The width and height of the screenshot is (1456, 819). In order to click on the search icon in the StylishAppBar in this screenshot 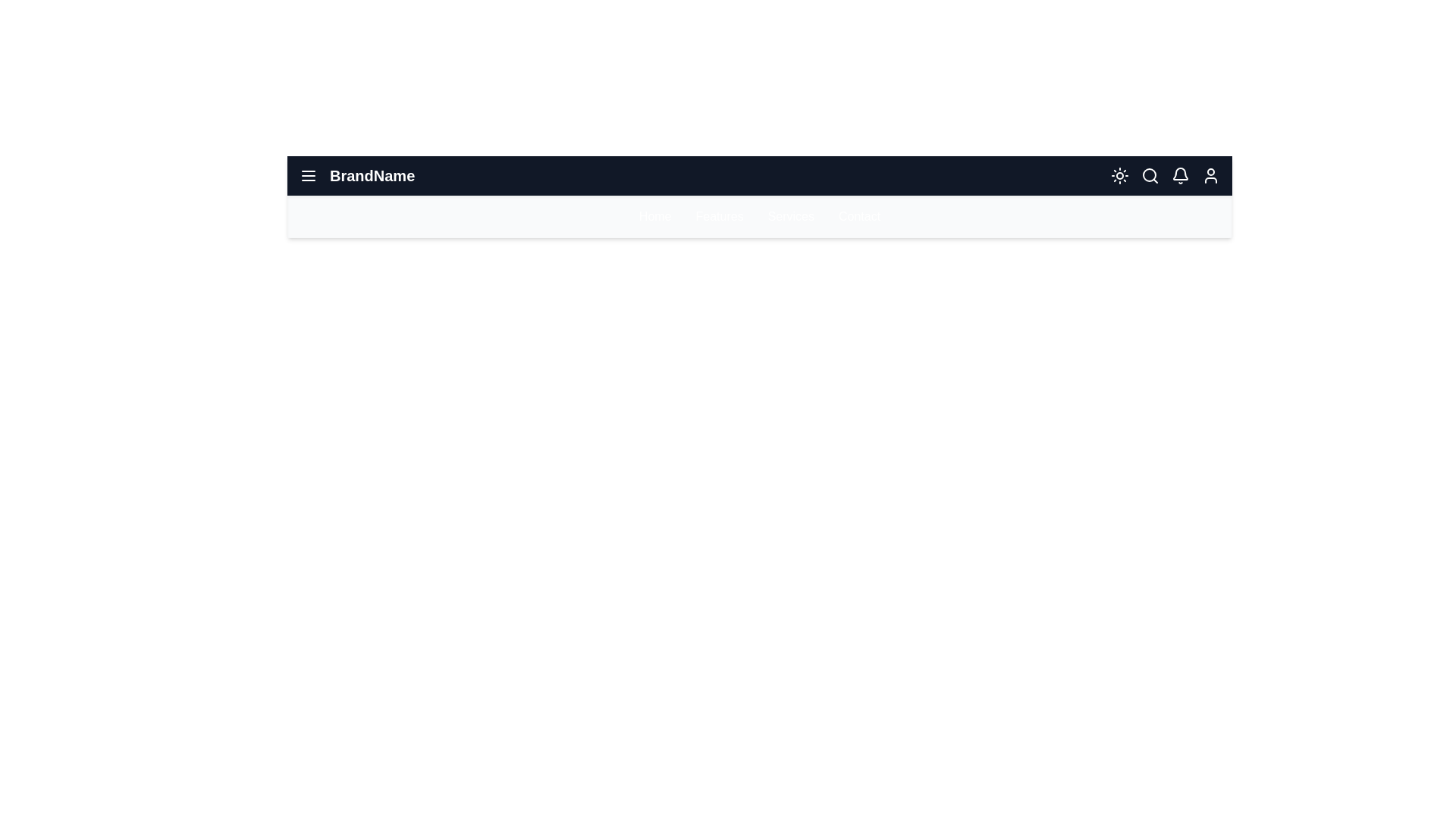, I will do `click(1150, 174)`.